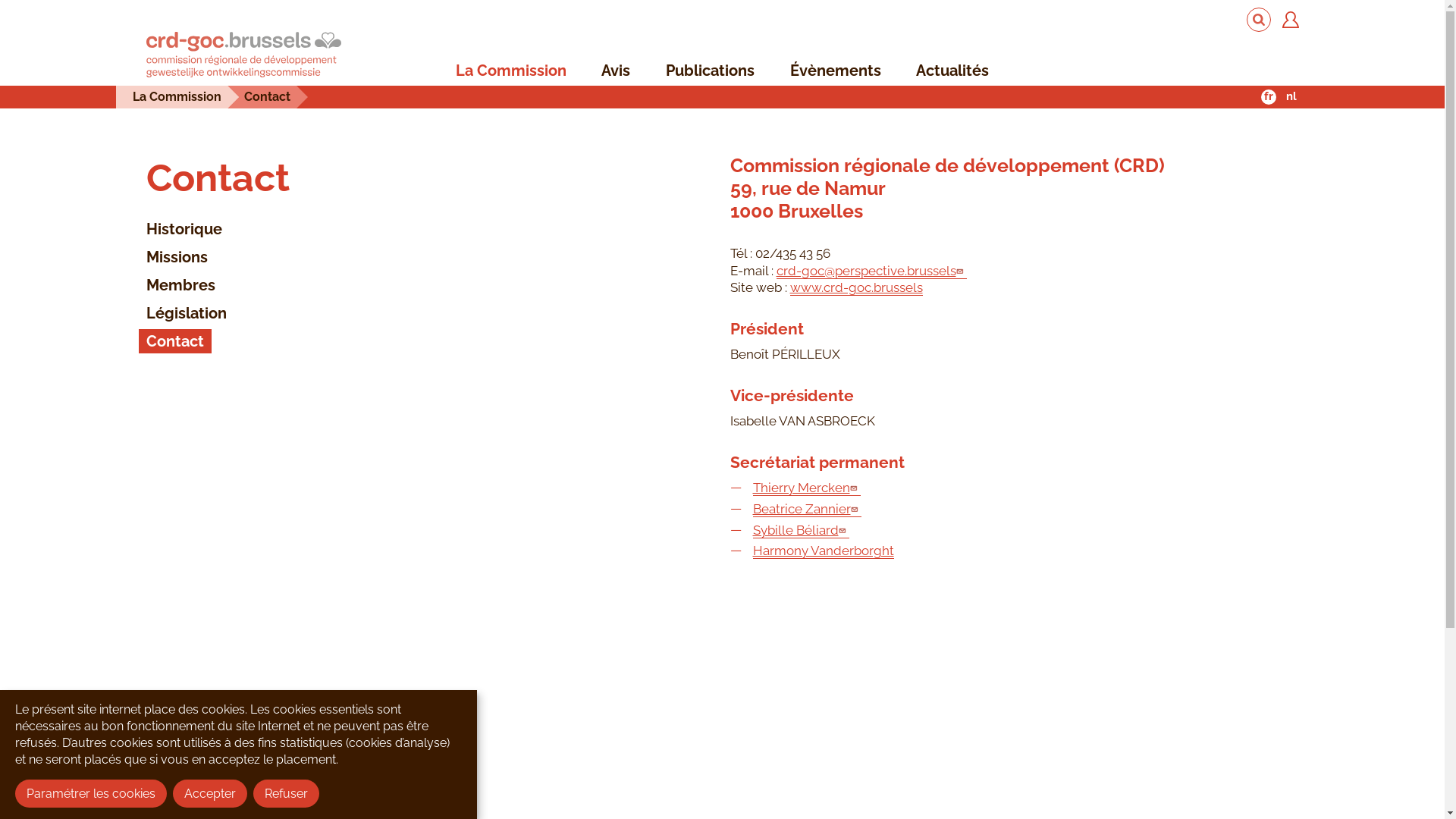 This screenshot has width=1456, height=819. I want to click on 'Accueil', so click(243, 55).